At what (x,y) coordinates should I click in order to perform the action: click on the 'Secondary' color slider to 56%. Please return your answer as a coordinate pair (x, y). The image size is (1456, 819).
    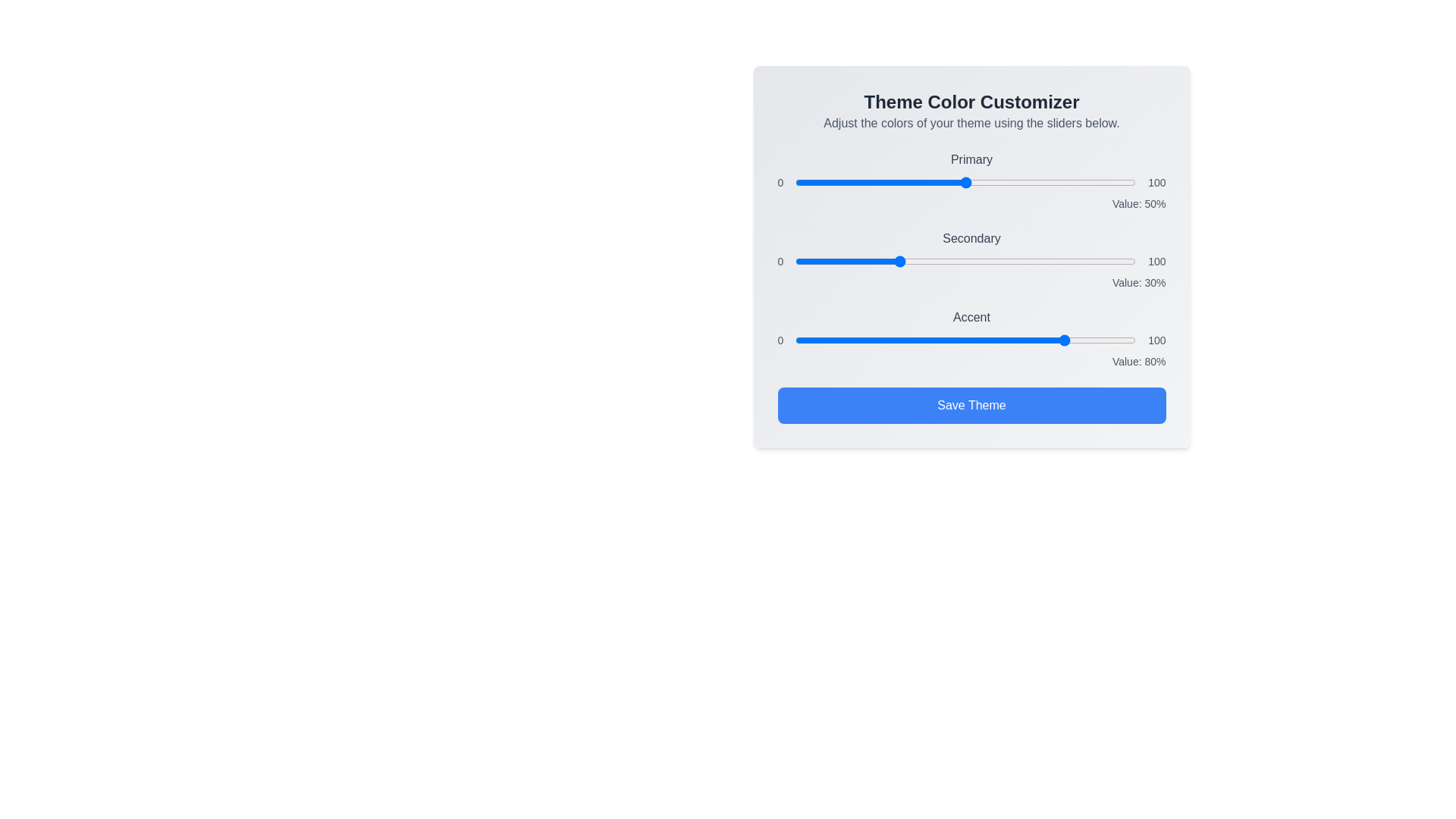
    Looking at the image, I should click on (986, 260).